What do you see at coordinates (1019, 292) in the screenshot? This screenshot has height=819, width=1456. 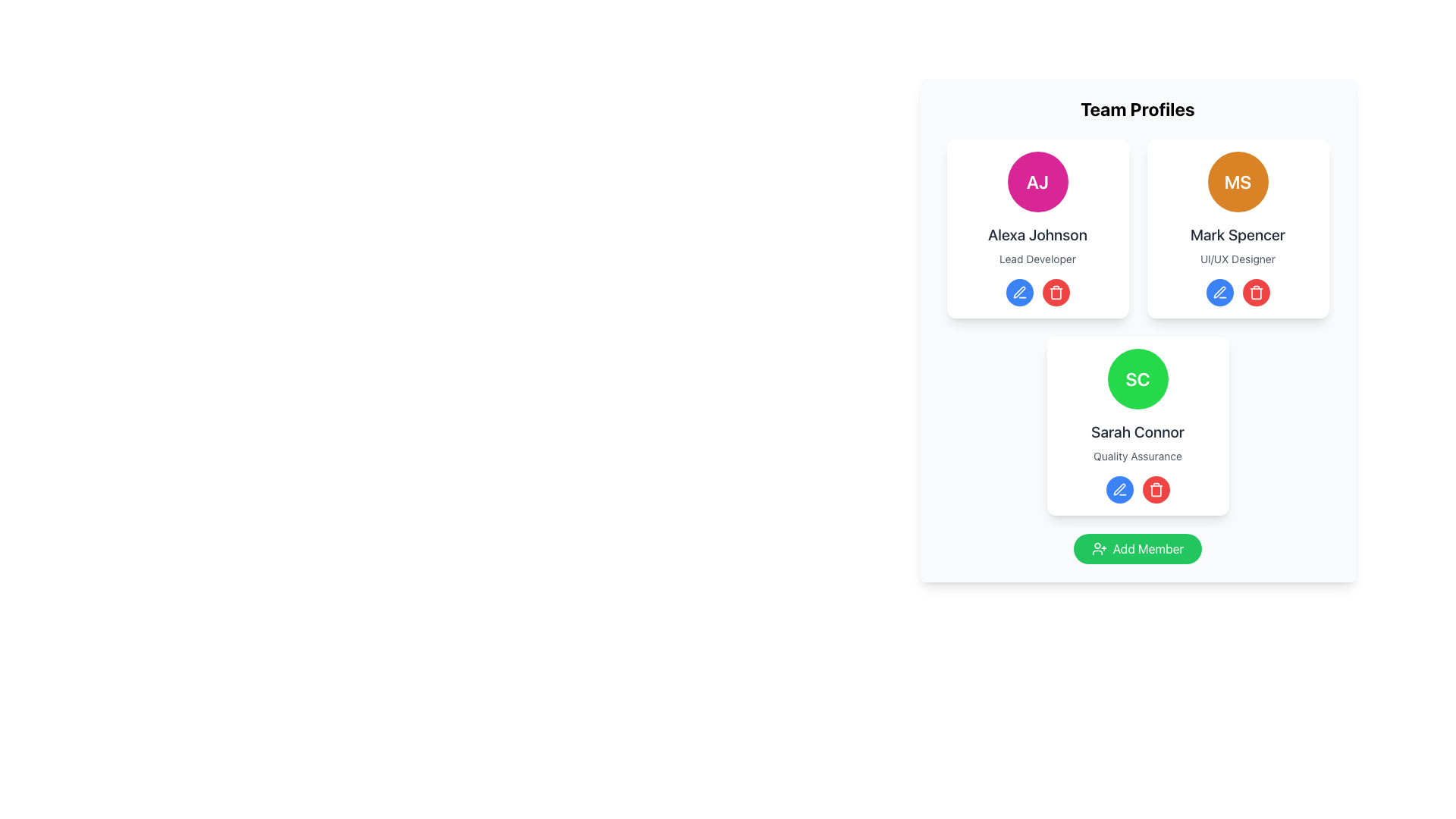 I see `the edit button embedded in the blue circular button located at the bottom-left of the card for 'Alexa Johnson, Lead Developer' to initiate editing` at bounding box center [1019, 292].